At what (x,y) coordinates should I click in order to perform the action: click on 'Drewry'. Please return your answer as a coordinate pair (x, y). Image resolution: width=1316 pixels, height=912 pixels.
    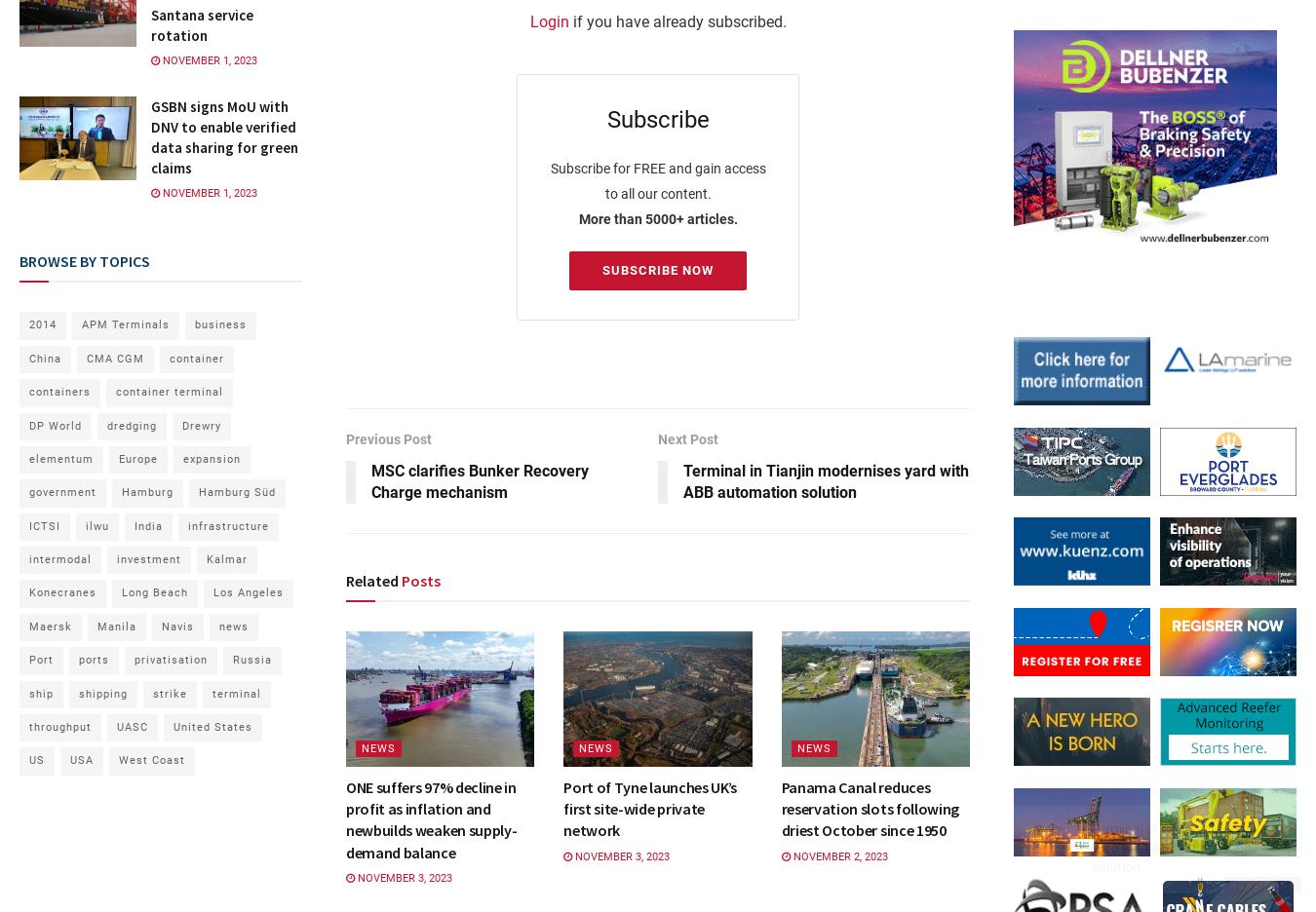
    Looking at the image, I should click on (201, 425).